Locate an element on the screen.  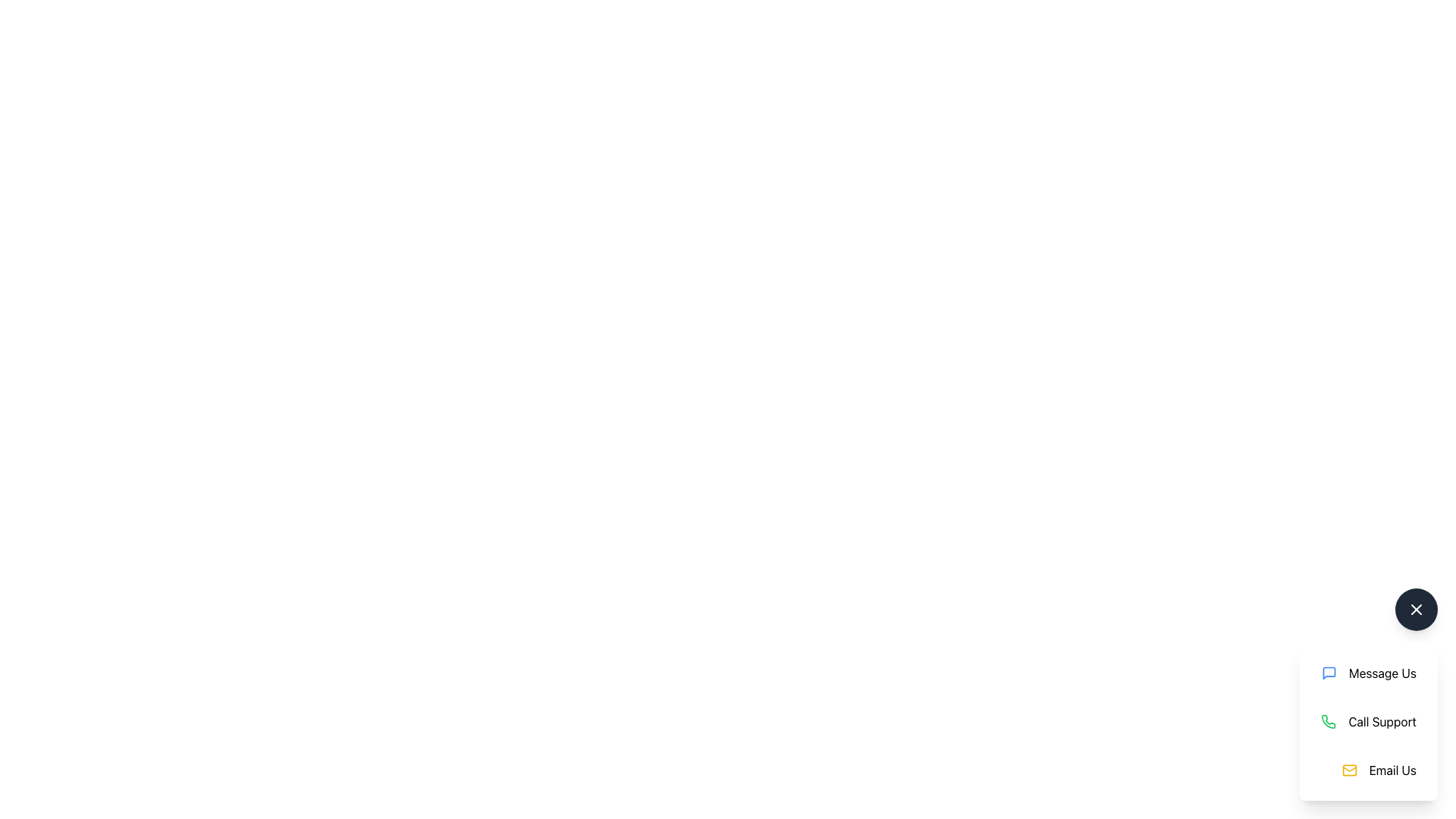
the 'Email Us' icon located at the leftmost side of the button is located at coordinates (1349, 770).